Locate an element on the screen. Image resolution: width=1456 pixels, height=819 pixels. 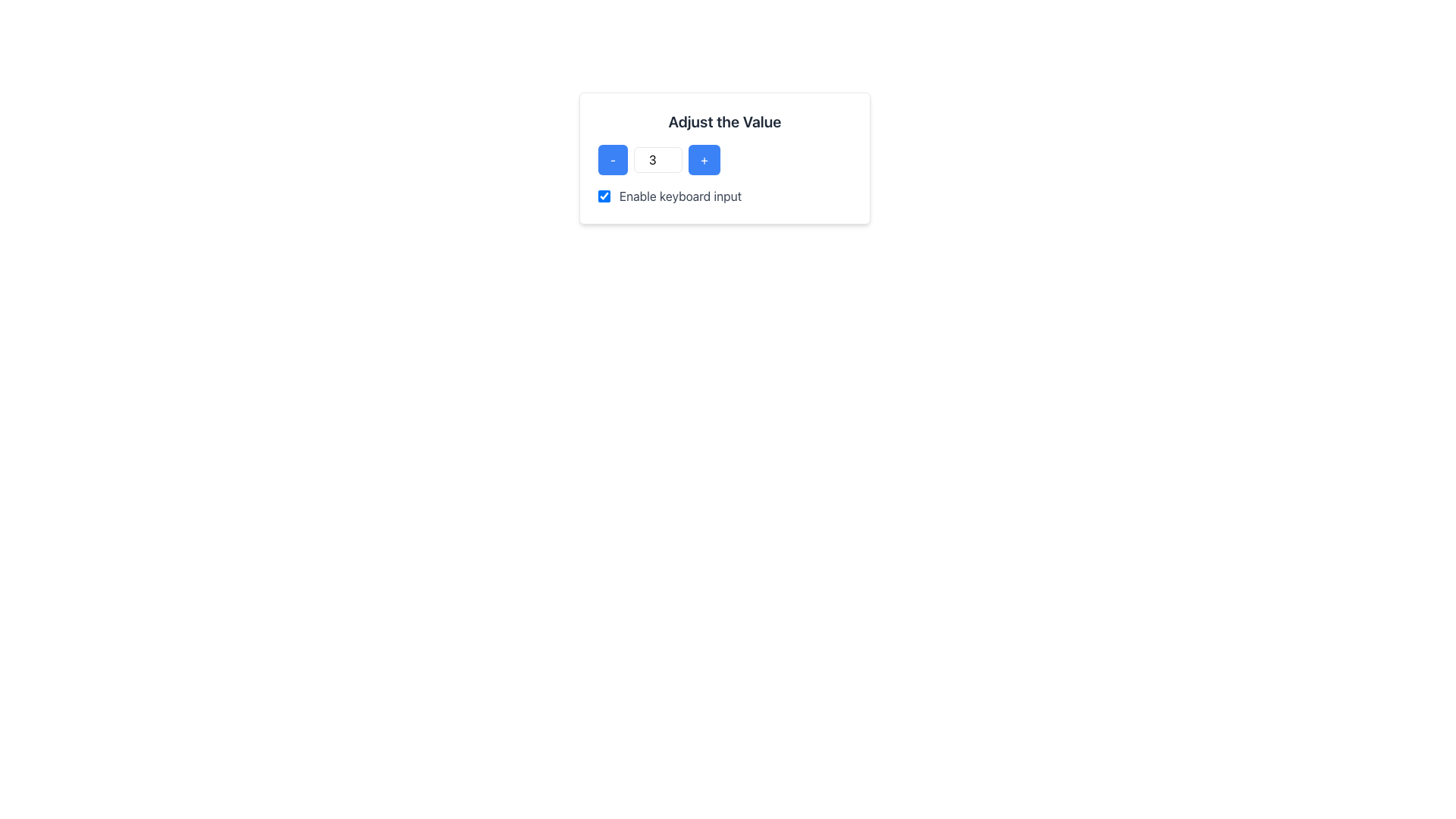
the first square blue button containing the '-' symbol, located within the 'Adjust the Value' panel is located at coordinates (613, 160).